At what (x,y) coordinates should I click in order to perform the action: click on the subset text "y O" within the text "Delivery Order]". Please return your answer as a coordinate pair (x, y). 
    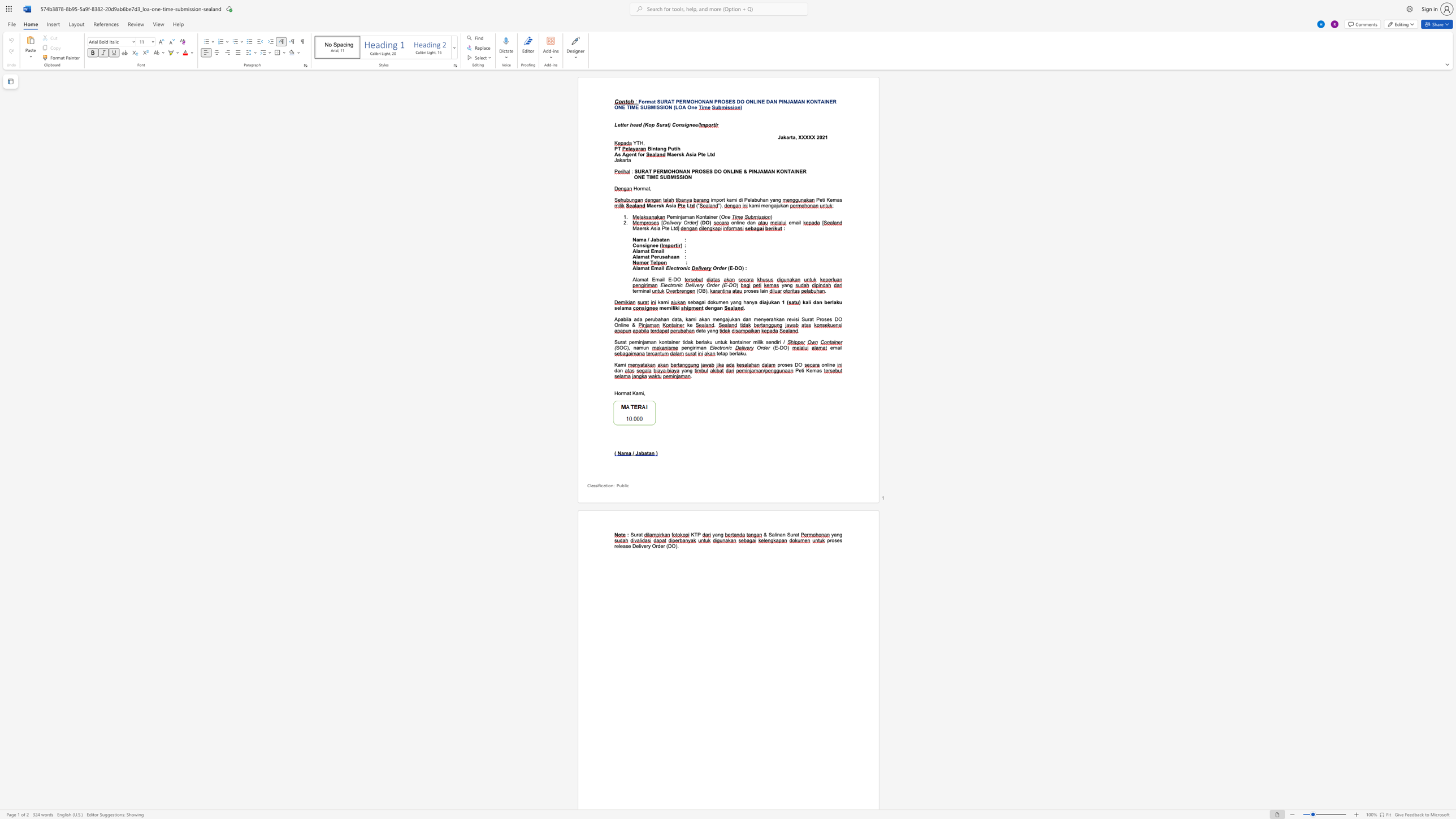
    Looking at the image, I should click on (678, 223).